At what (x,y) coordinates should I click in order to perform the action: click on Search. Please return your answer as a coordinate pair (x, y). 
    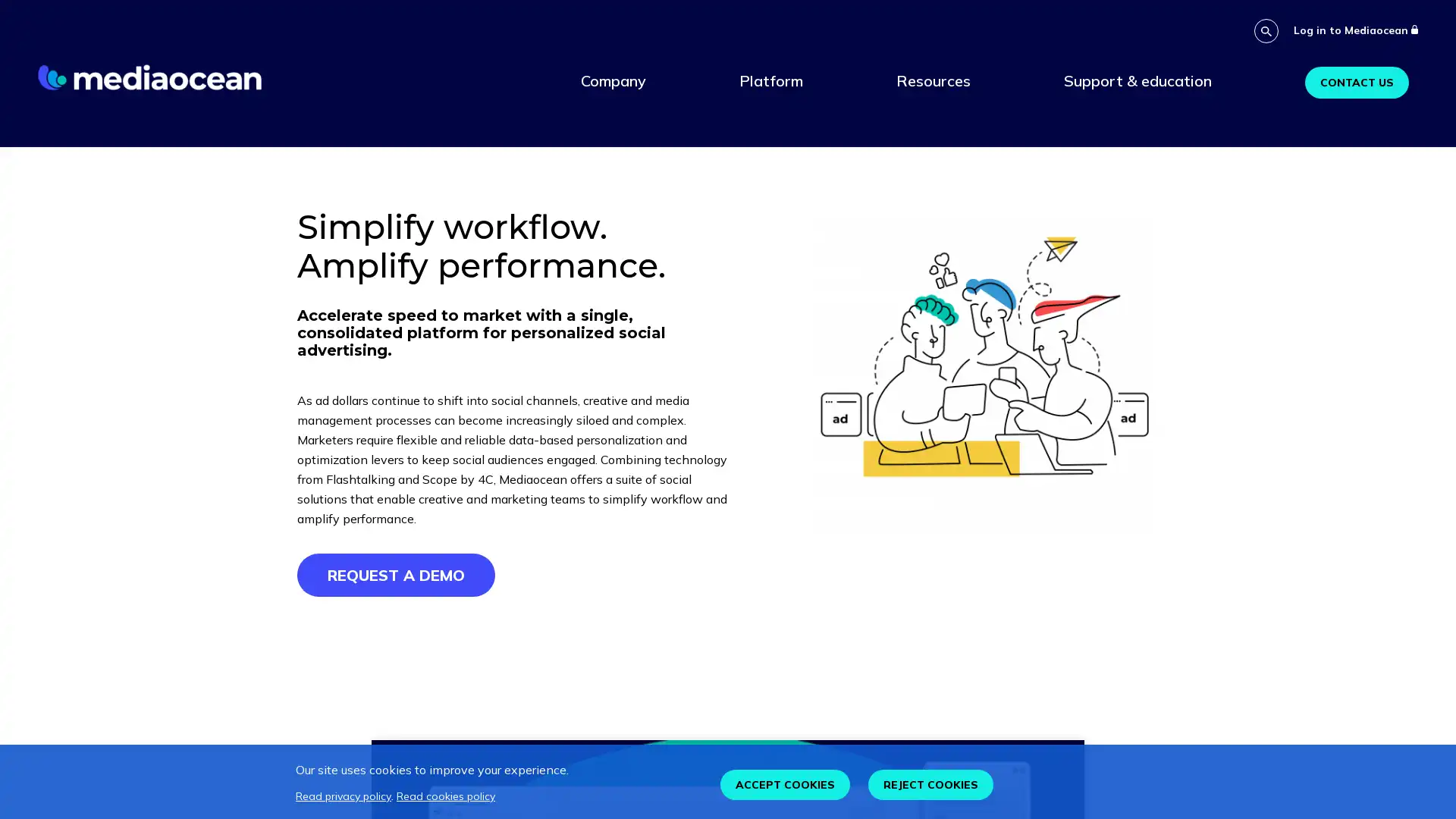
    Looking at the image, I should click on (1266, 32).